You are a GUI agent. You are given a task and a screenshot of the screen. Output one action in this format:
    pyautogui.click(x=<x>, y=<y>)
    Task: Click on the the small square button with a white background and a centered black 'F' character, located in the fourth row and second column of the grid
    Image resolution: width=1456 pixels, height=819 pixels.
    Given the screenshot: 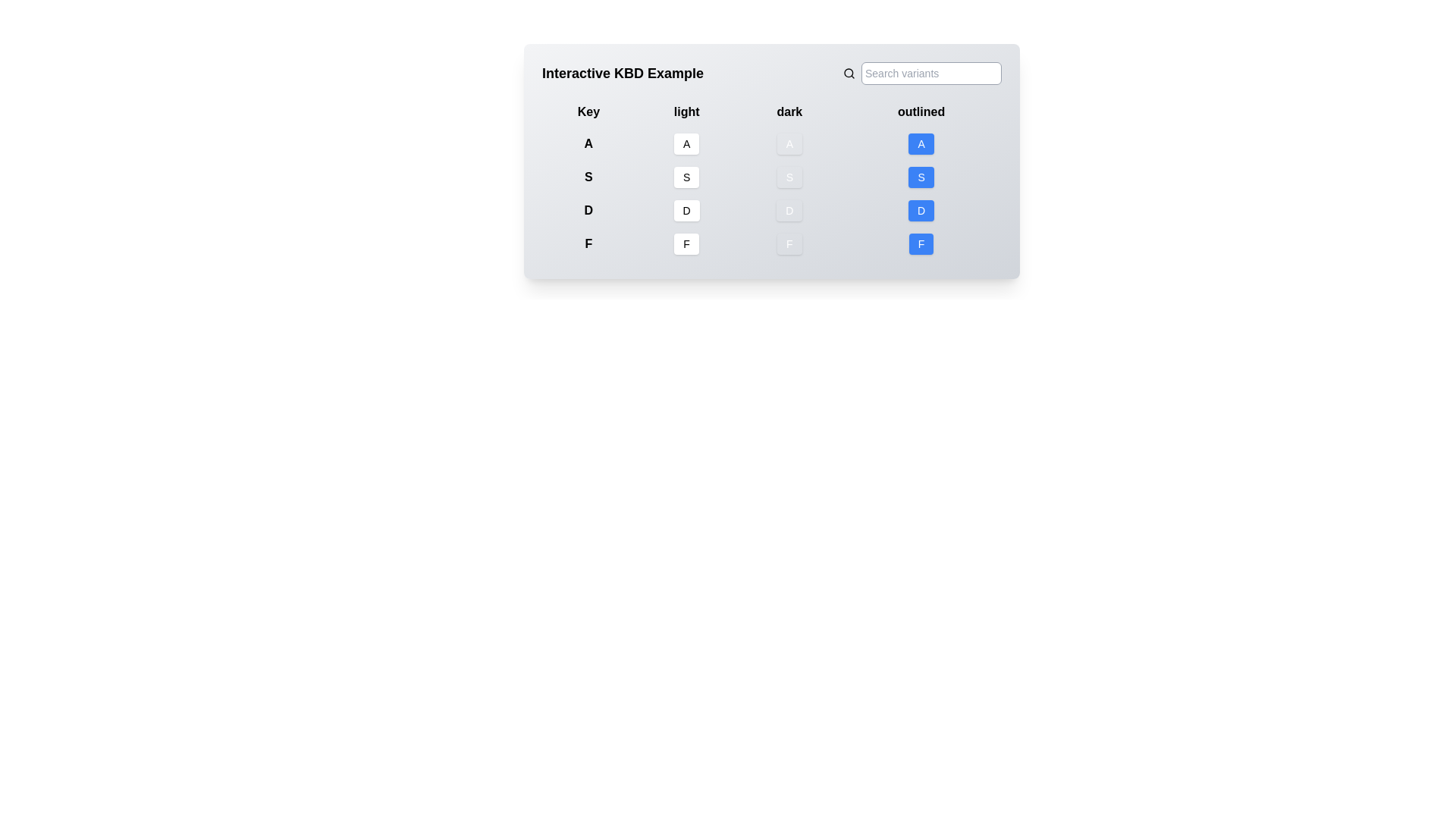 What is the action you would take?
    pyautogui.click(x=686, y=243)
    